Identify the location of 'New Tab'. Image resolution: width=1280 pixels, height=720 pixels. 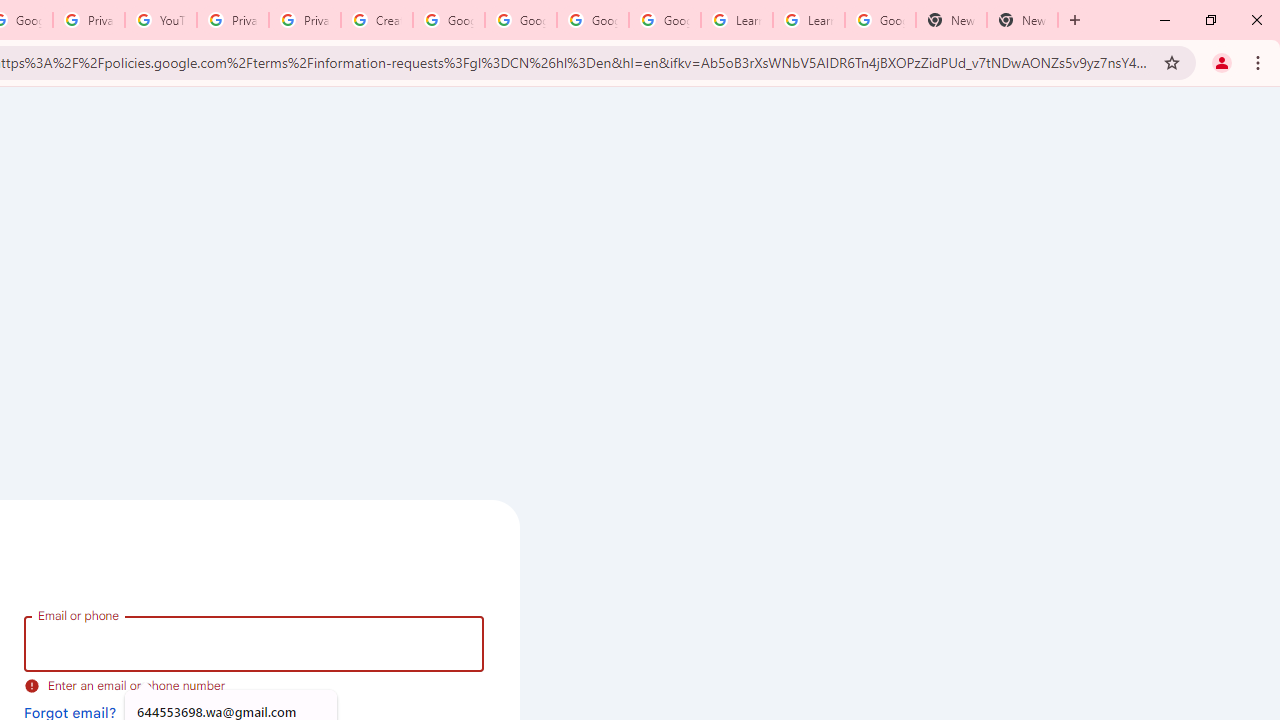
(950, 20).